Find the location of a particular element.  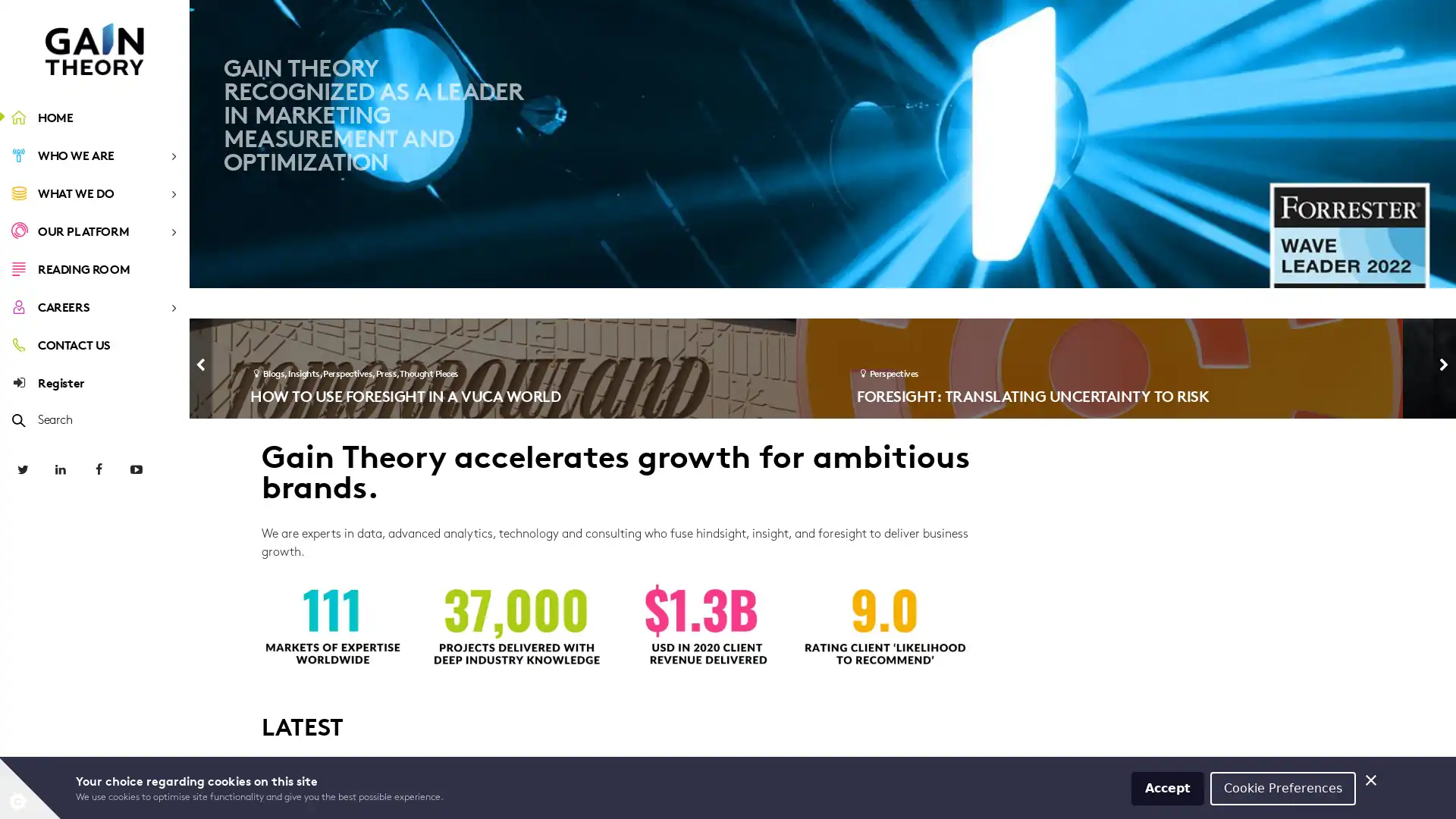

Close is located at coordinates (1371, 778).